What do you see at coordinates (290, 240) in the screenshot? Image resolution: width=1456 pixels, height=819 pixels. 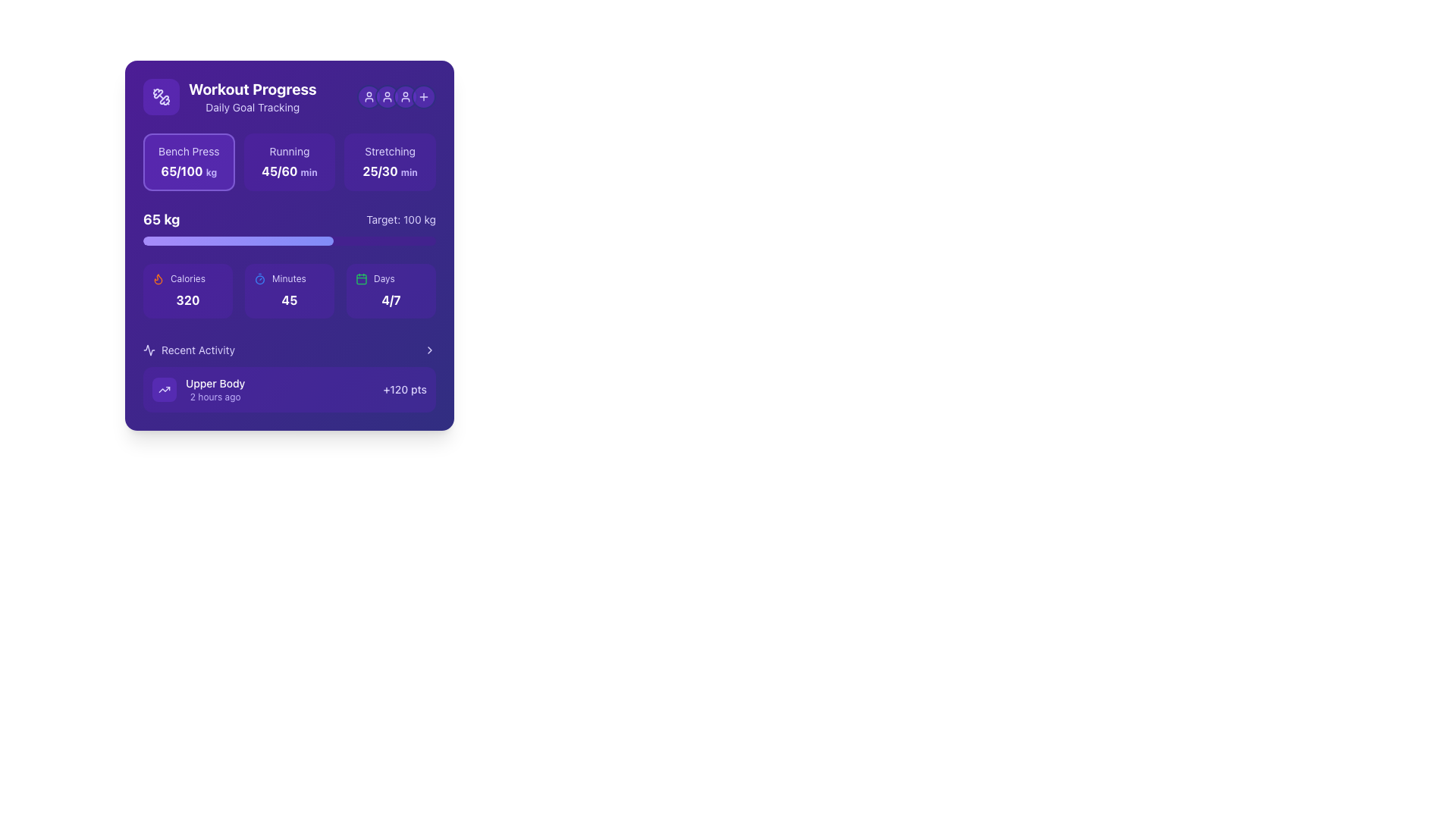 I see `the progress visually for the violet progress bar located below the text section displaying '65 kg' and 'Target: 100 kg.'` at bounding box center [290, 240].